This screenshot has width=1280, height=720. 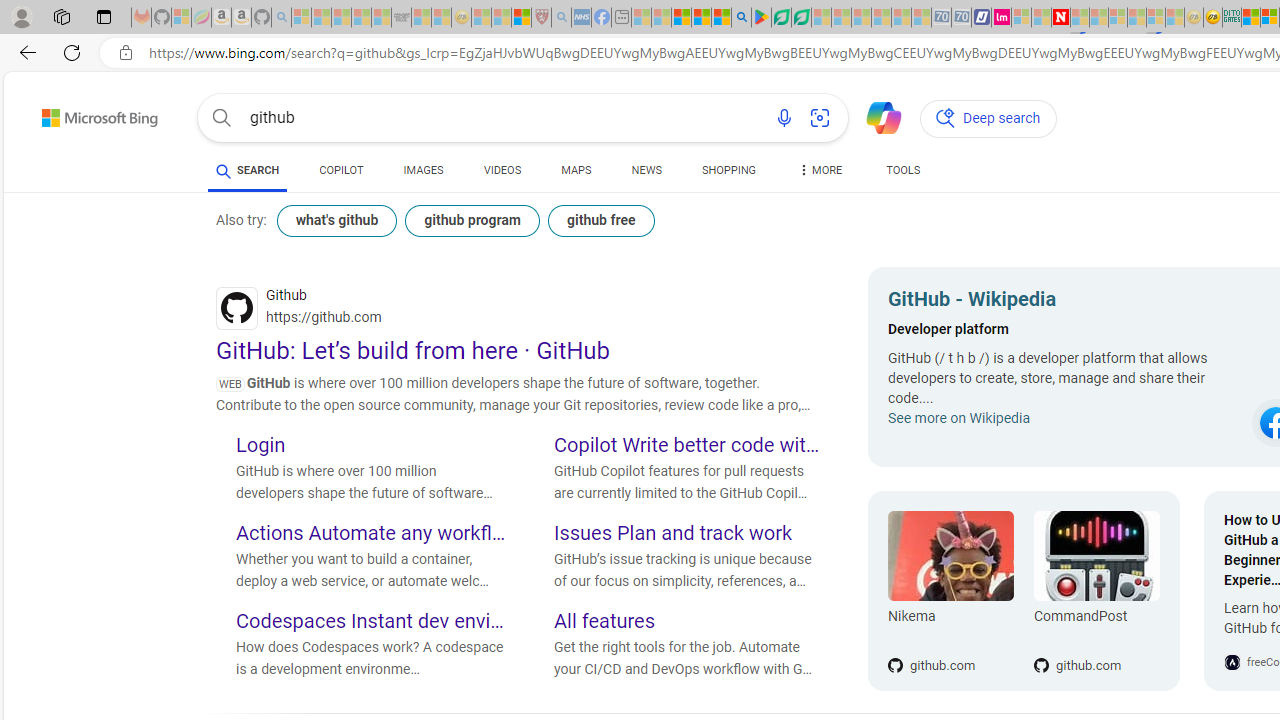 What do you see at coordinates (246, 170) in the screenshot?
I see `'SEARCH'` at bounding box center [246, 170].